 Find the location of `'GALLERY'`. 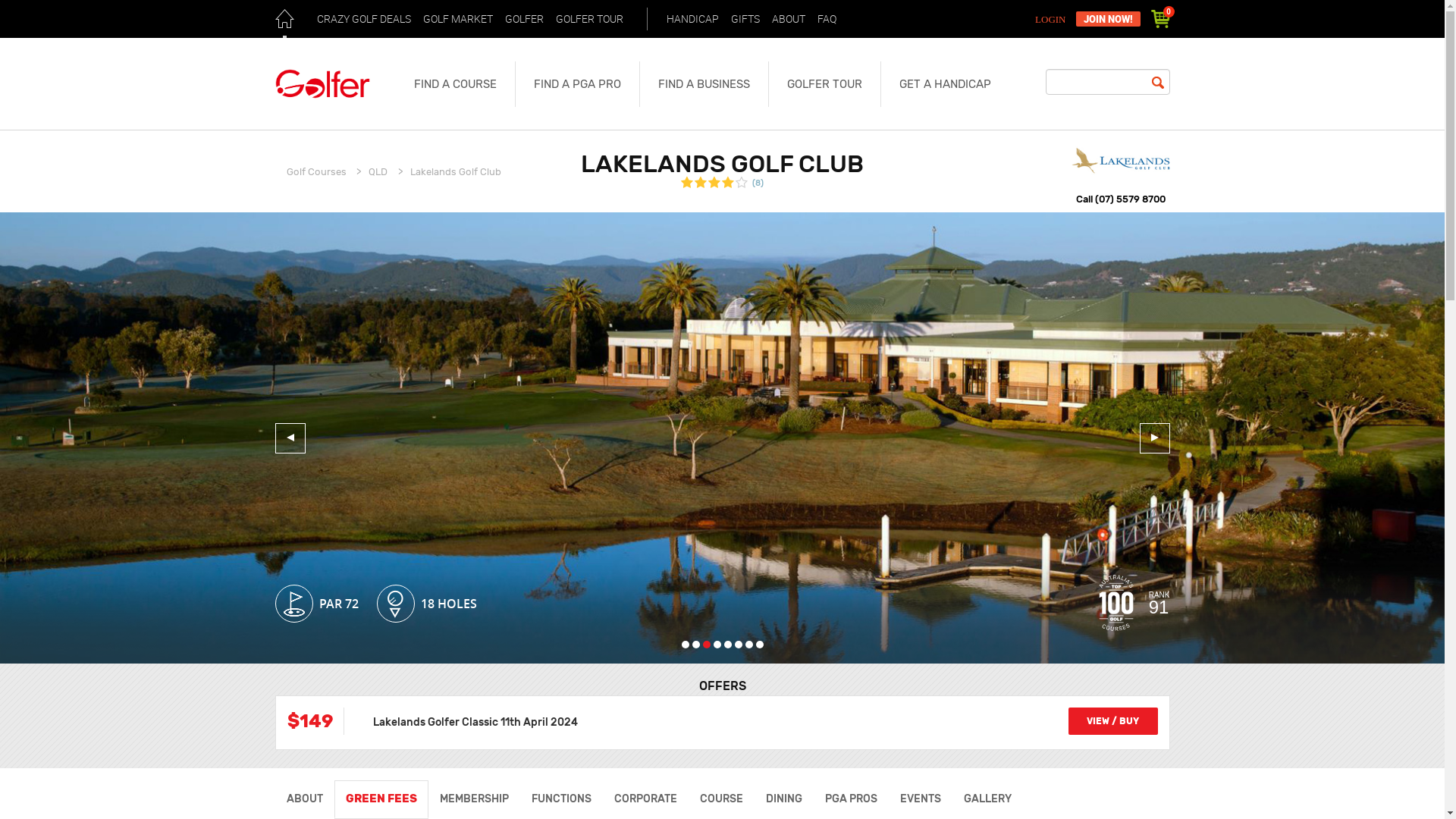

'GALLERY' is located at coordinates (987, 798).